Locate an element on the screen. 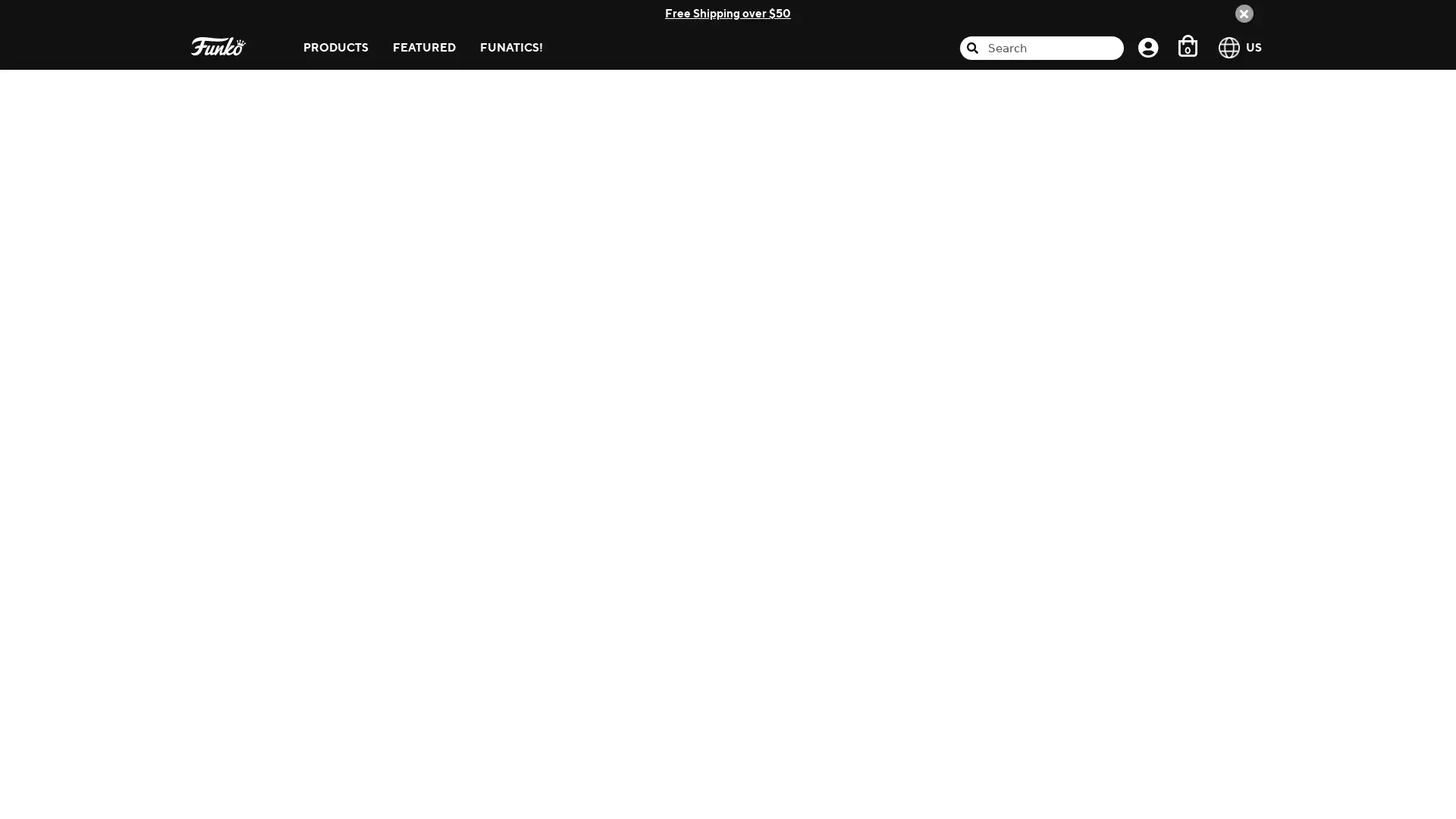 The height and width of the screenshot is (819, 1456). SIGN UP is located at coordinates (1124, 362).